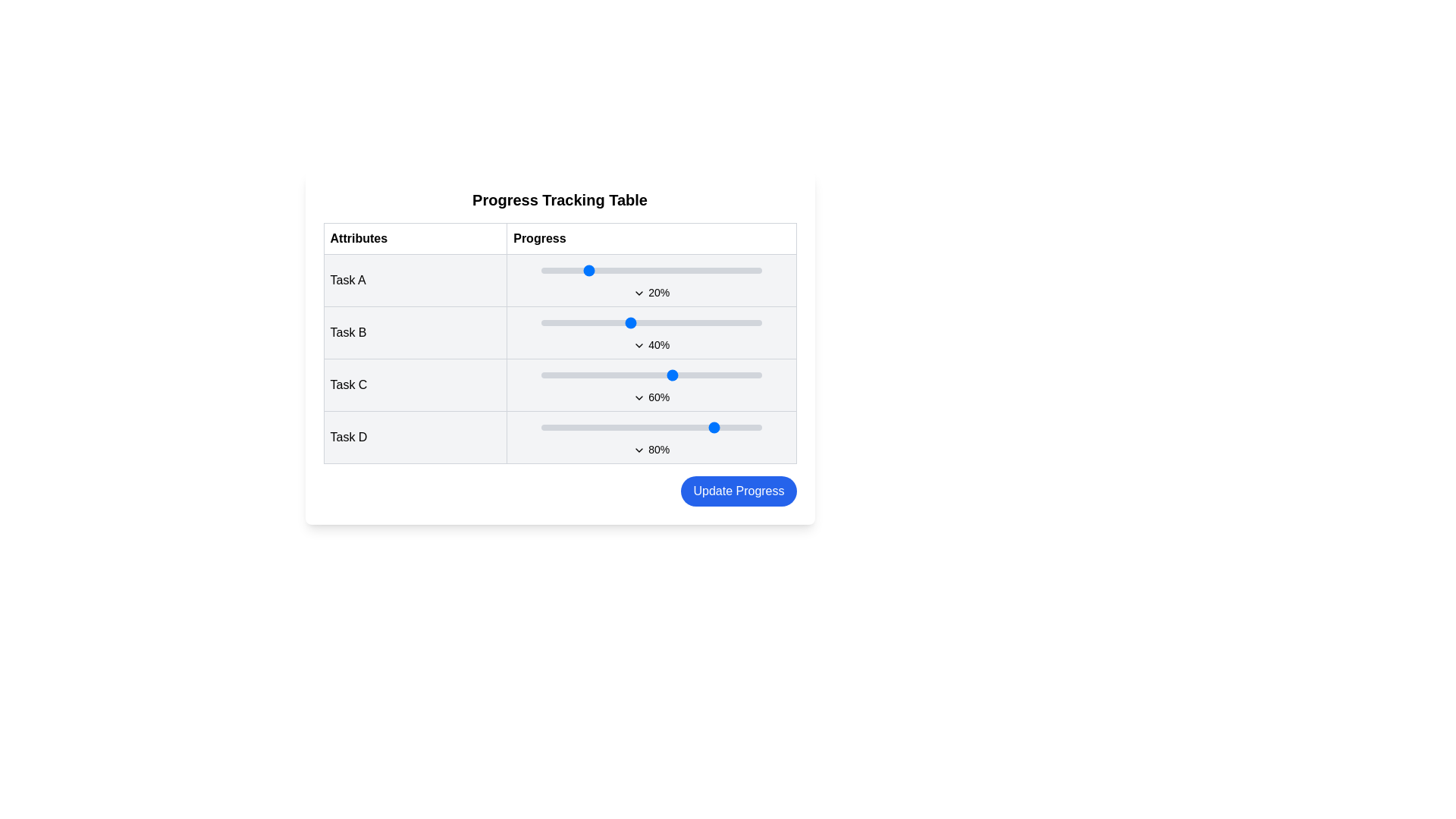 This screenshot has height=819, width=1456. I want to click on the progress of Task C, so click(736, 375).